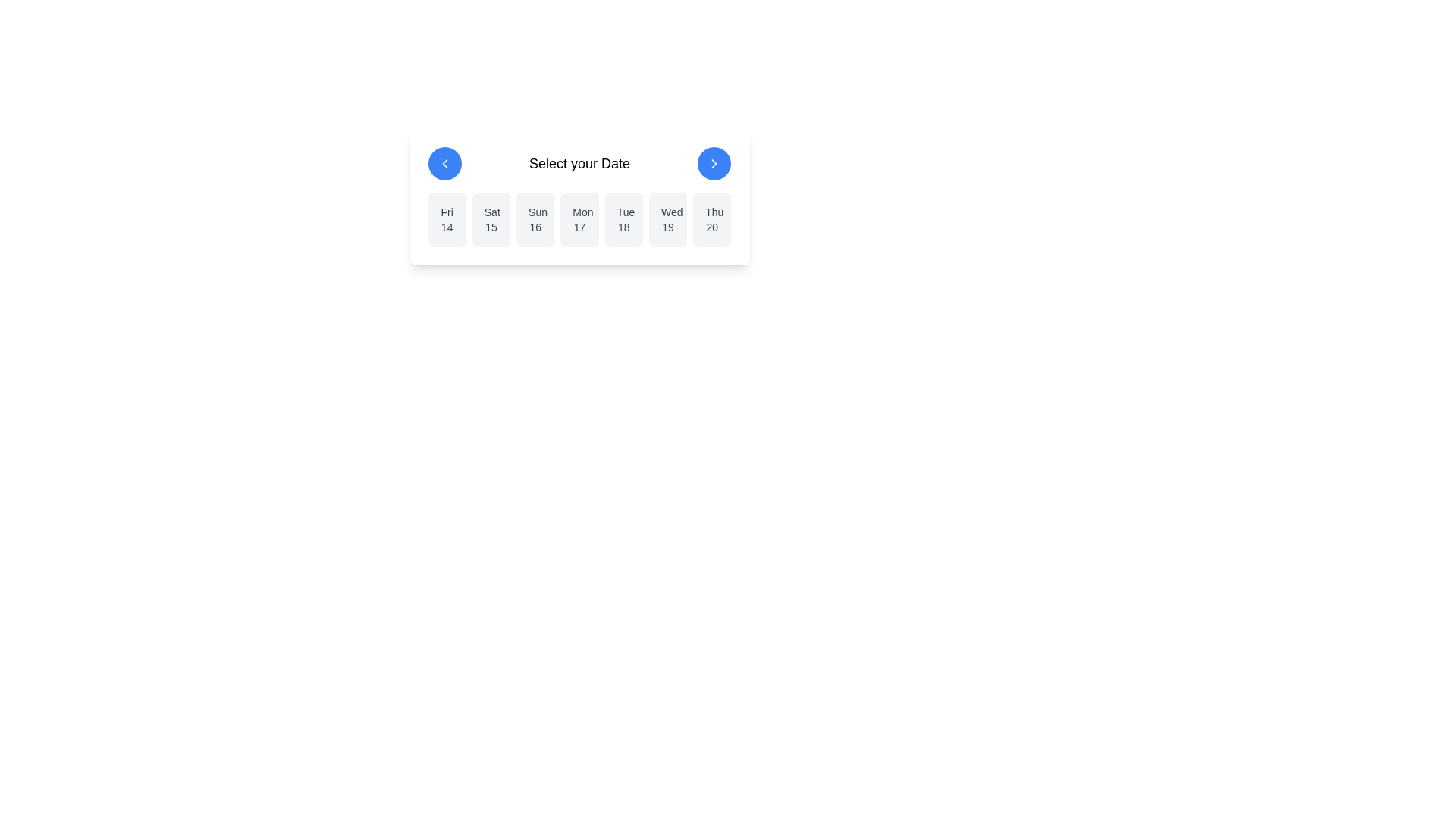  I want to click on the leftward-pointing chevron icon embedded inside a circular button with a blue background and white border, located at the far-left side of the horizontal interface section, so click(444, 164).